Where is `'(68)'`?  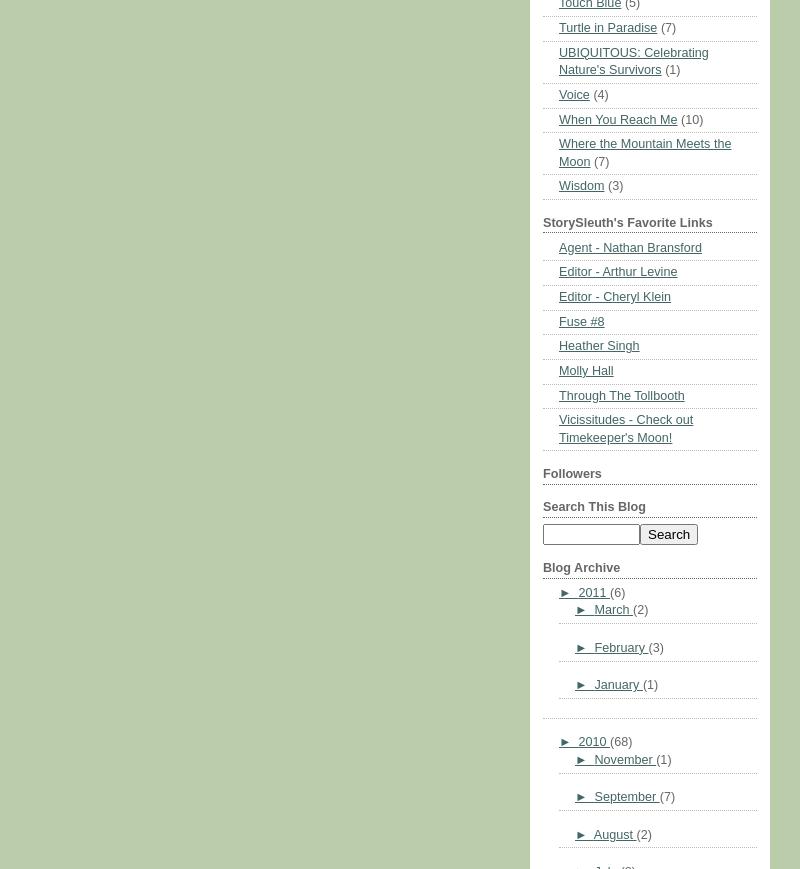
'(68)' is located at coordinates (620, 742).